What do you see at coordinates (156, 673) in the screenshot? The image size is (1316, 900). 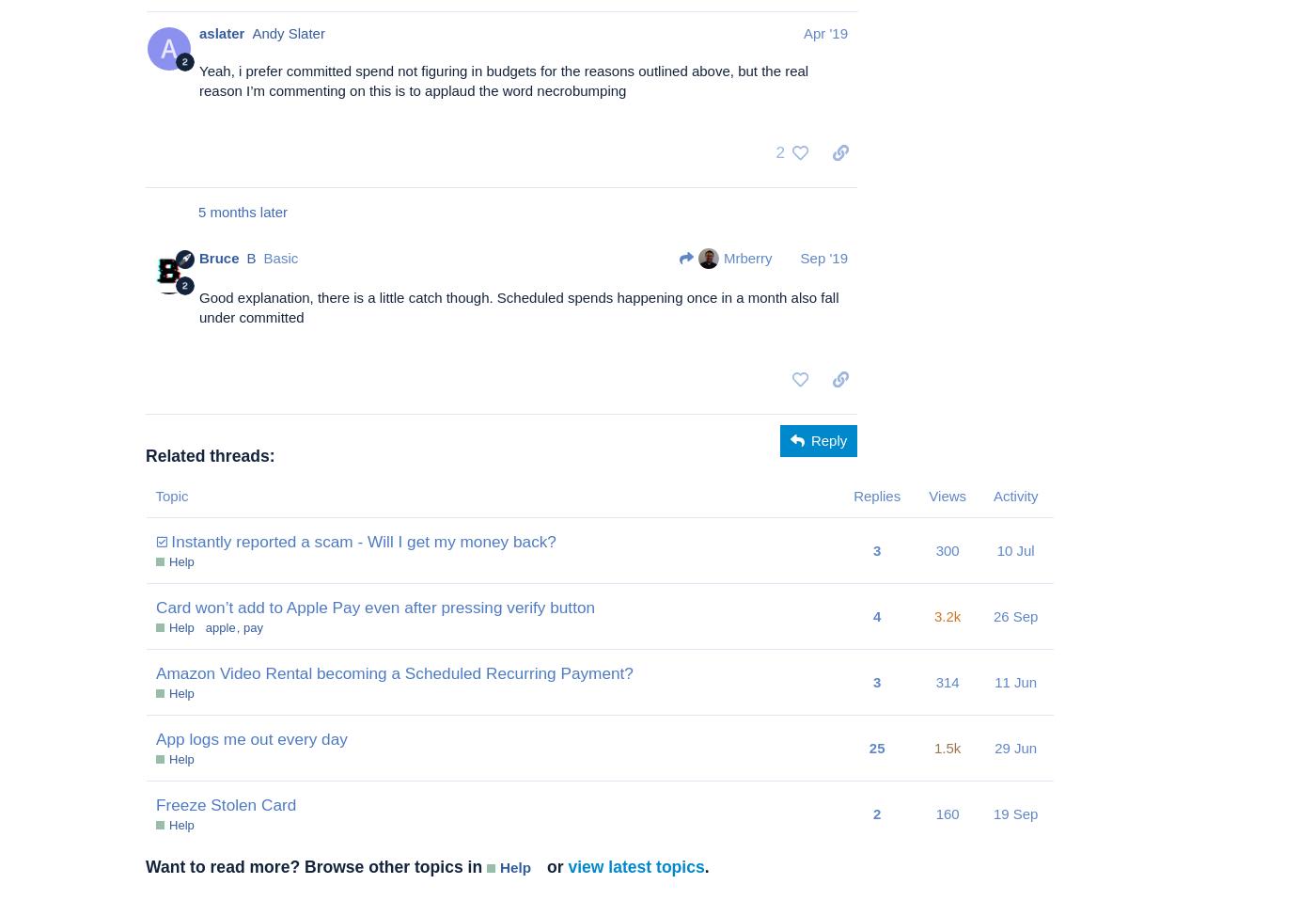 I see `'Amazon Video Rental becoming a Scheduled Recurring Payment?'` at bounding box center [156, 673].